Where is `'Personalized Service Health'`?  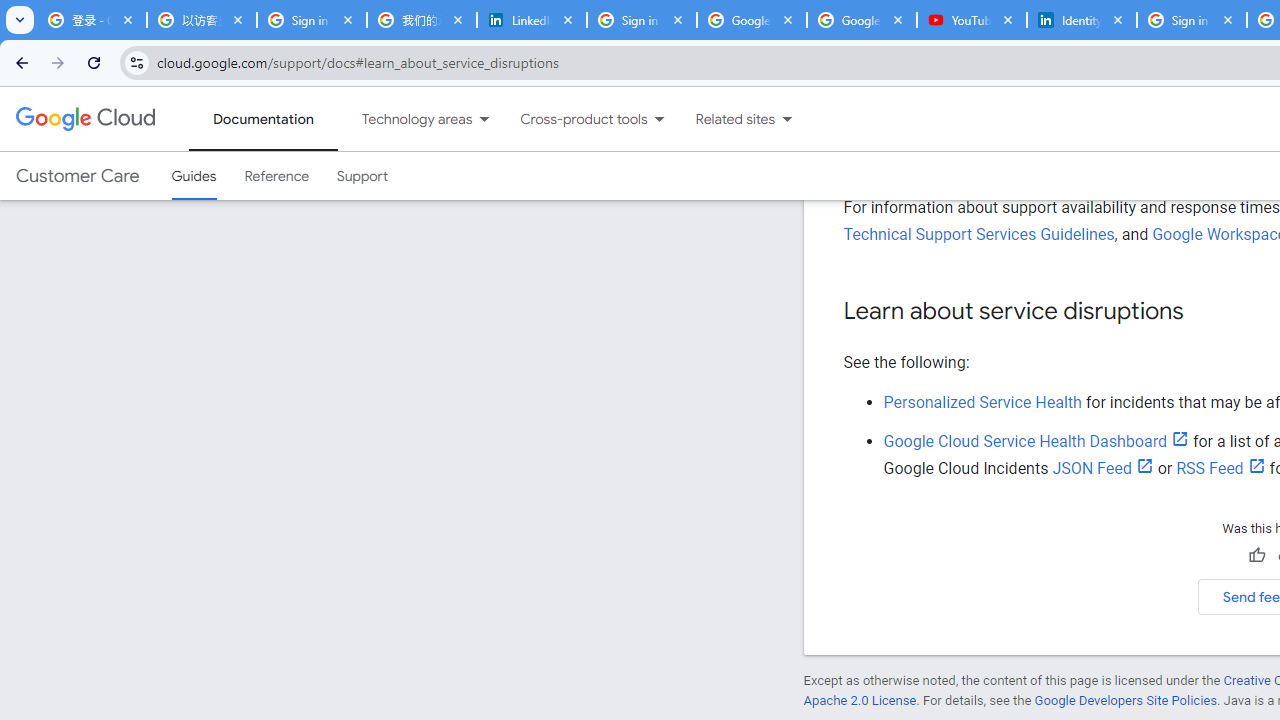
'Personalized Service Health' is located at coordinates (982, 402).